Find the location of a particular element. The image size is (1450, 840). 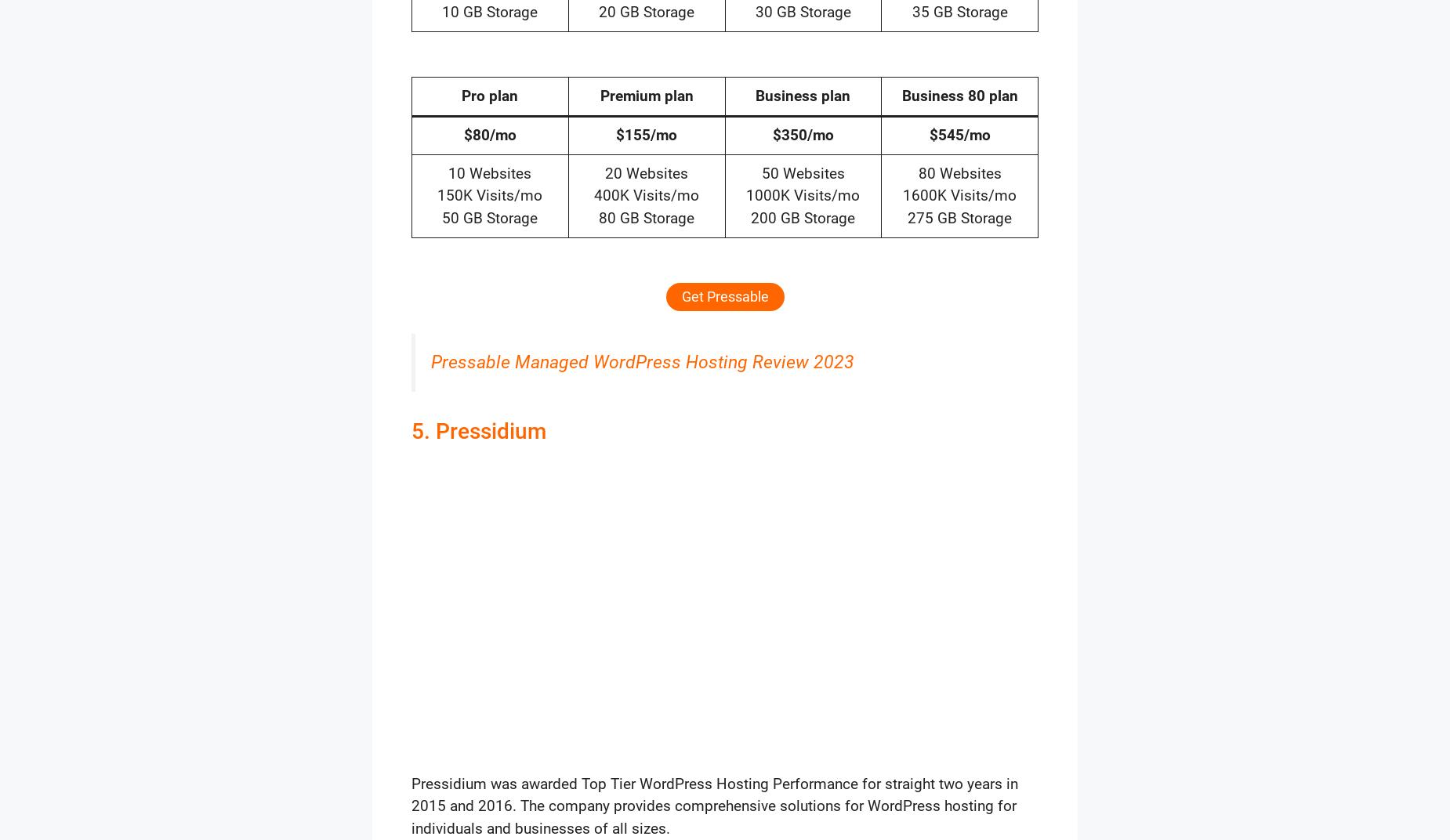

'$155/mo' is located at coordinates (616, 134).